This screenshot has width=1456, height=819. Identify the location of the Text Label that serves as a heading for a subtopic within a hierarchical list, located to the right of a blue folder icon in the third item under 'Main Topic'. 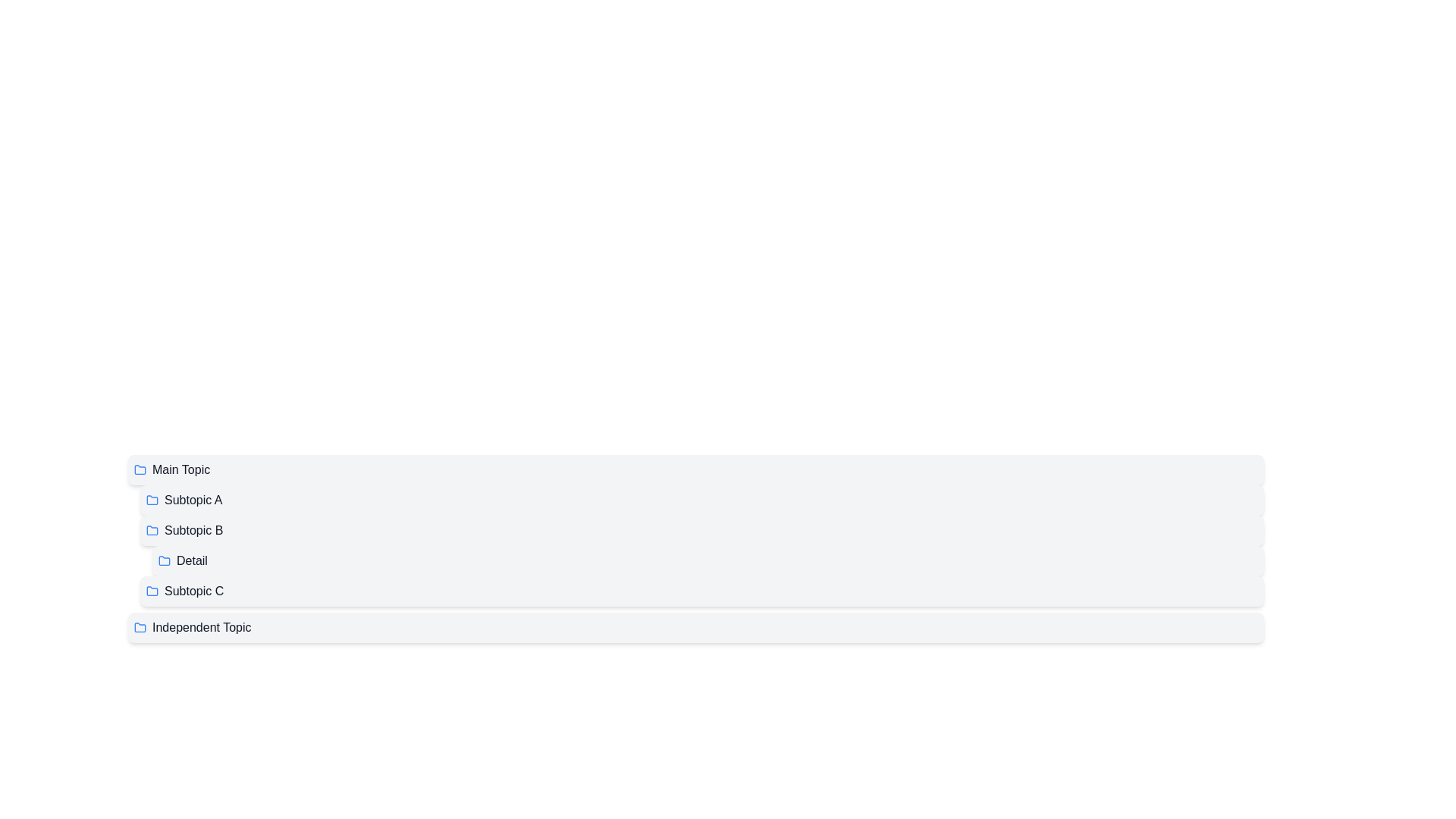
(193, 529).